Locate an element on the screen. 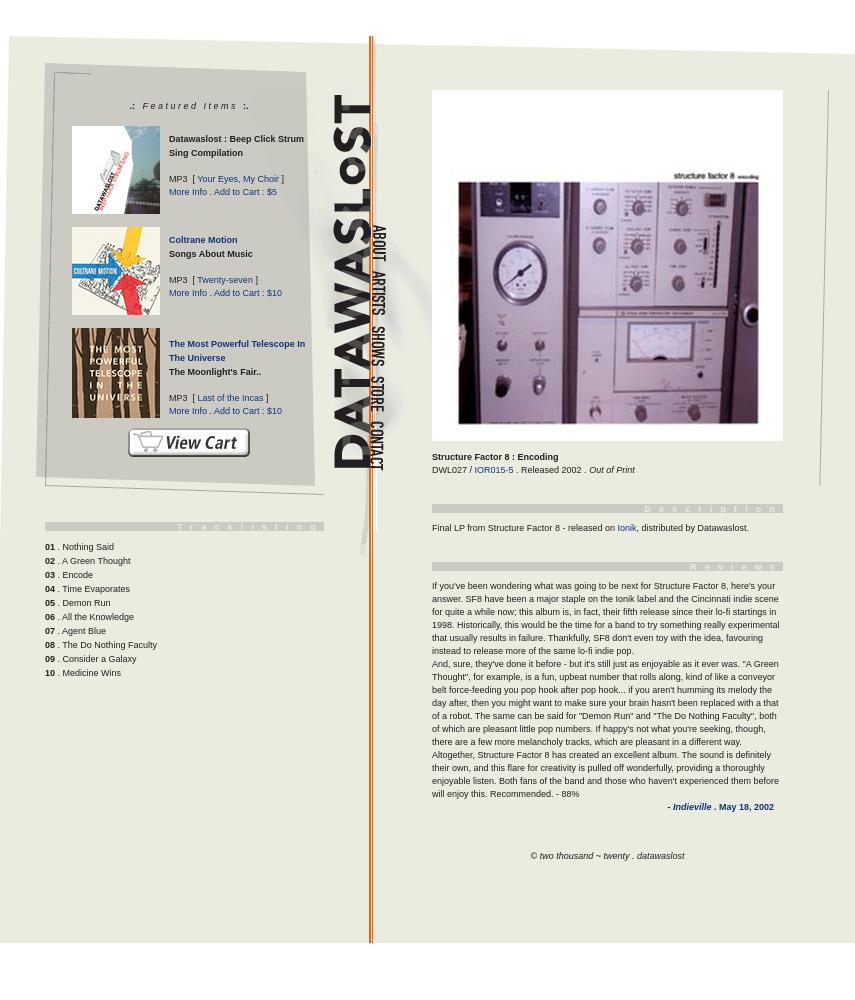  '05' is located at coordinates (49, 602).